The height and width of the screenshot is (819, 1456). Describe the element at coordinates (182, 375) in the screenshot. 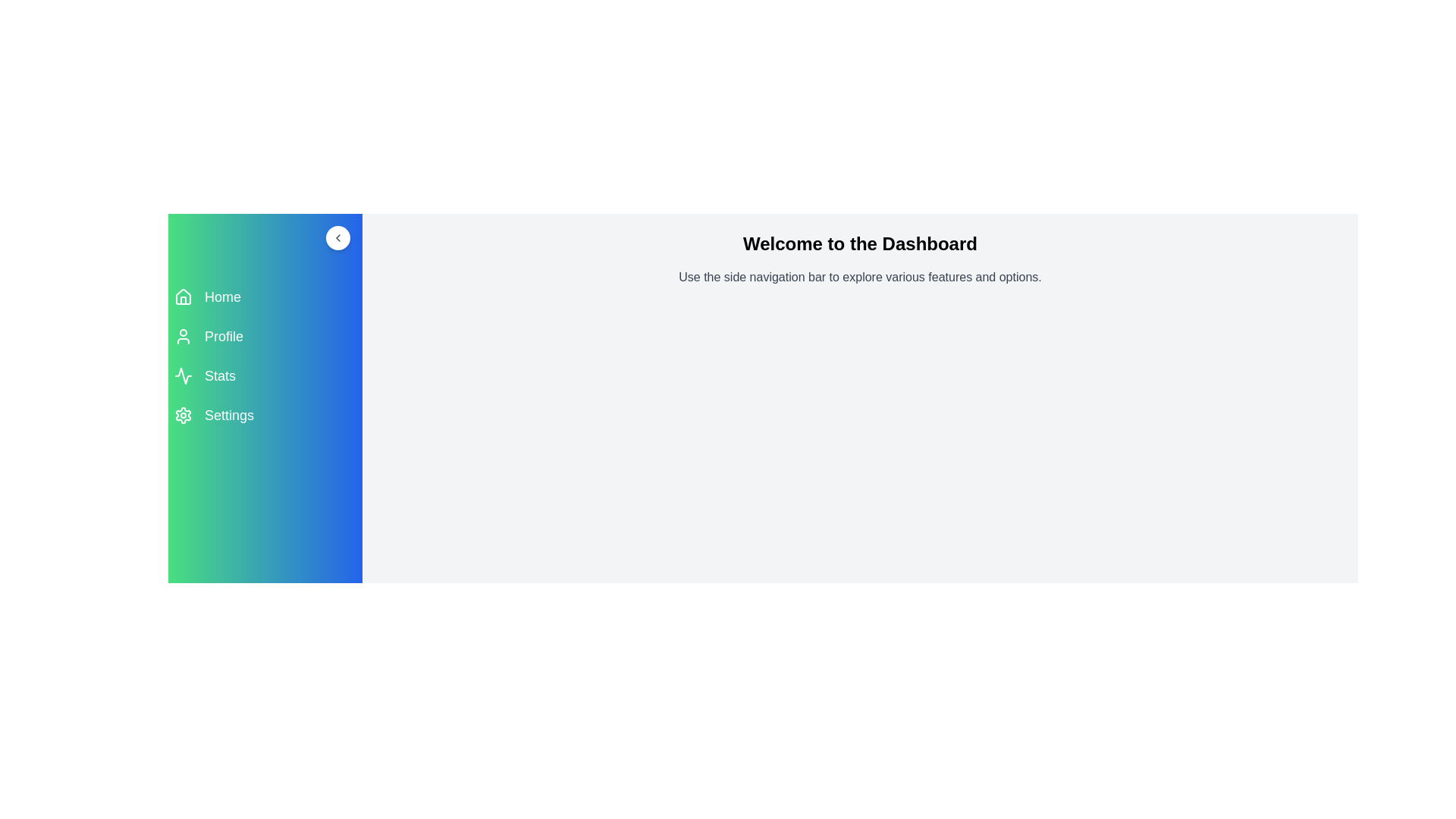

I see `the green activity or heartbeat graph icon in the left sidebar navigation menu` at that location.